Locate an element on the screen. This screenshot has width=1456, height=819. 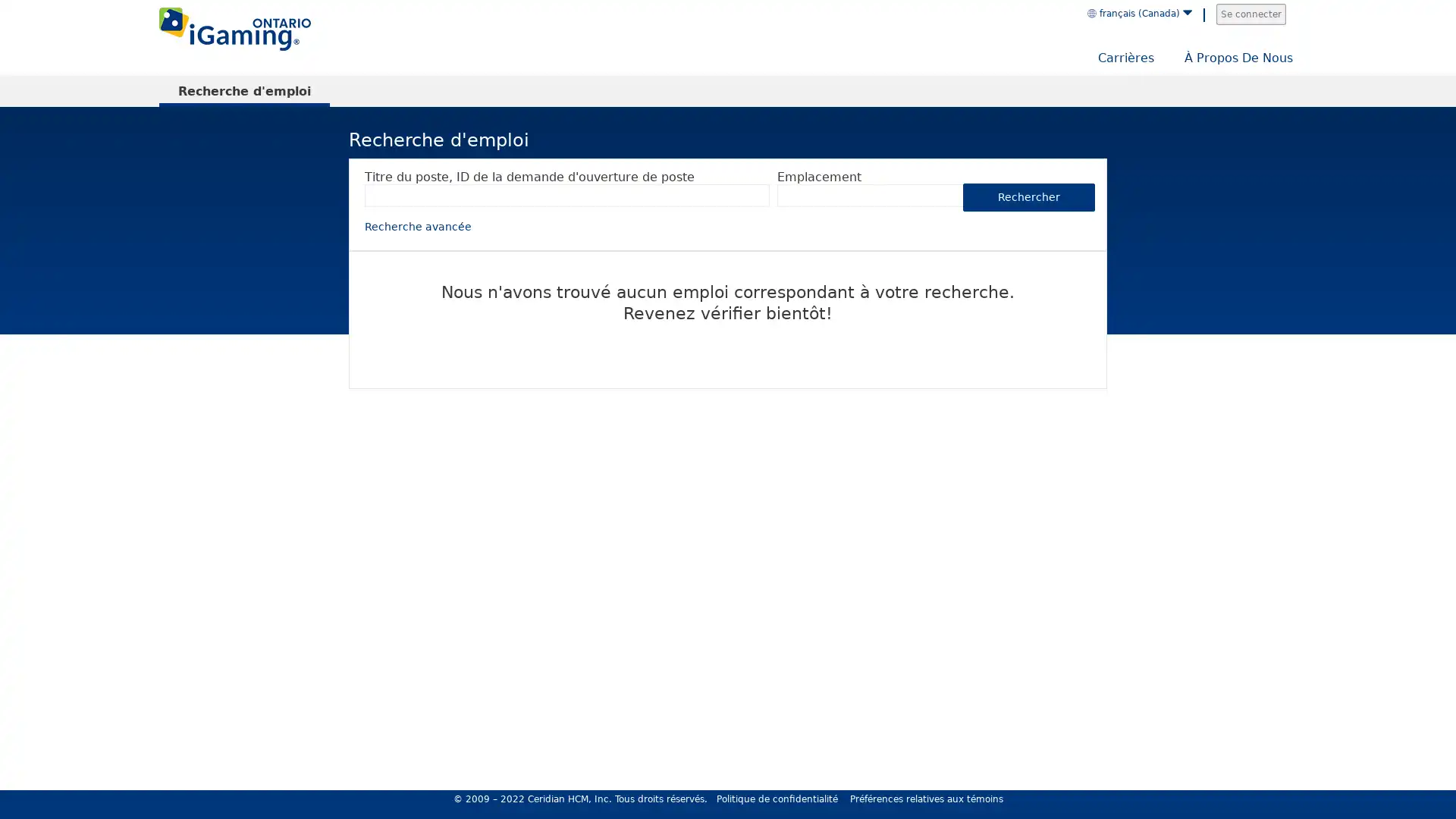
select is located at coordinates (962, 195).